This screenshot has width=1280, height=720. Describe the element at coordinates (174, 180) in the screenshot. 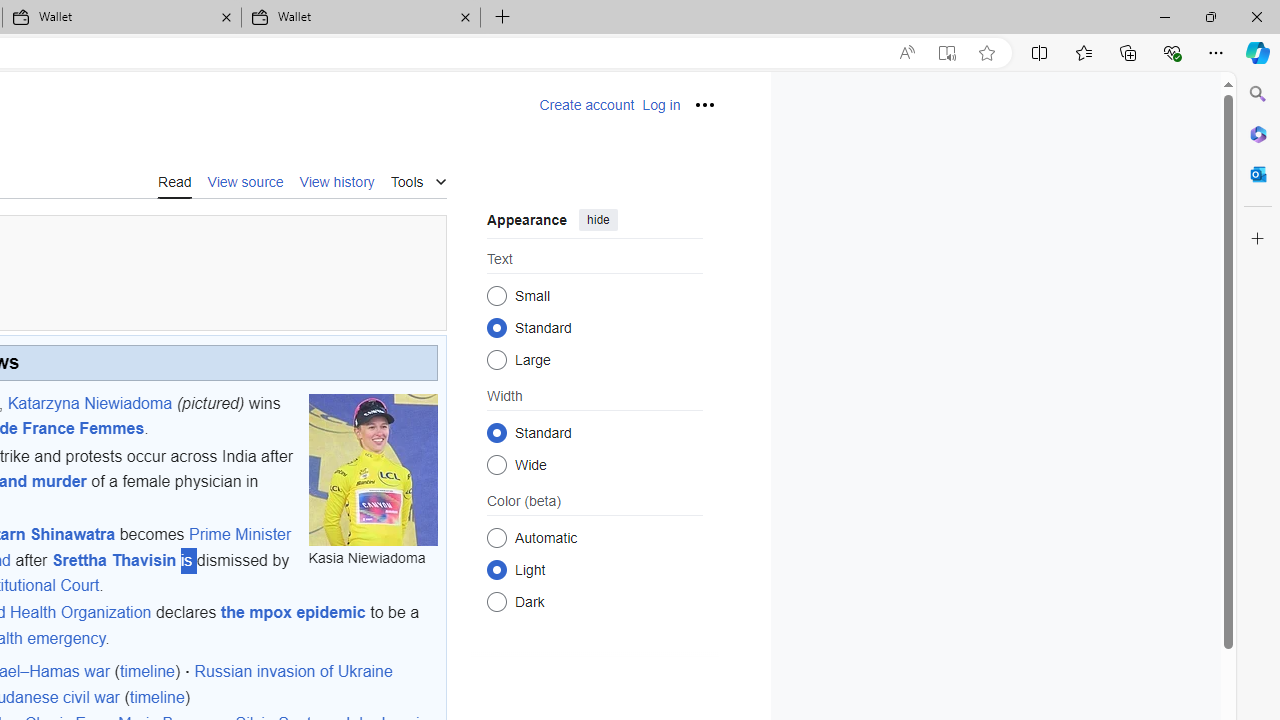

I see `'Read'` at that location.